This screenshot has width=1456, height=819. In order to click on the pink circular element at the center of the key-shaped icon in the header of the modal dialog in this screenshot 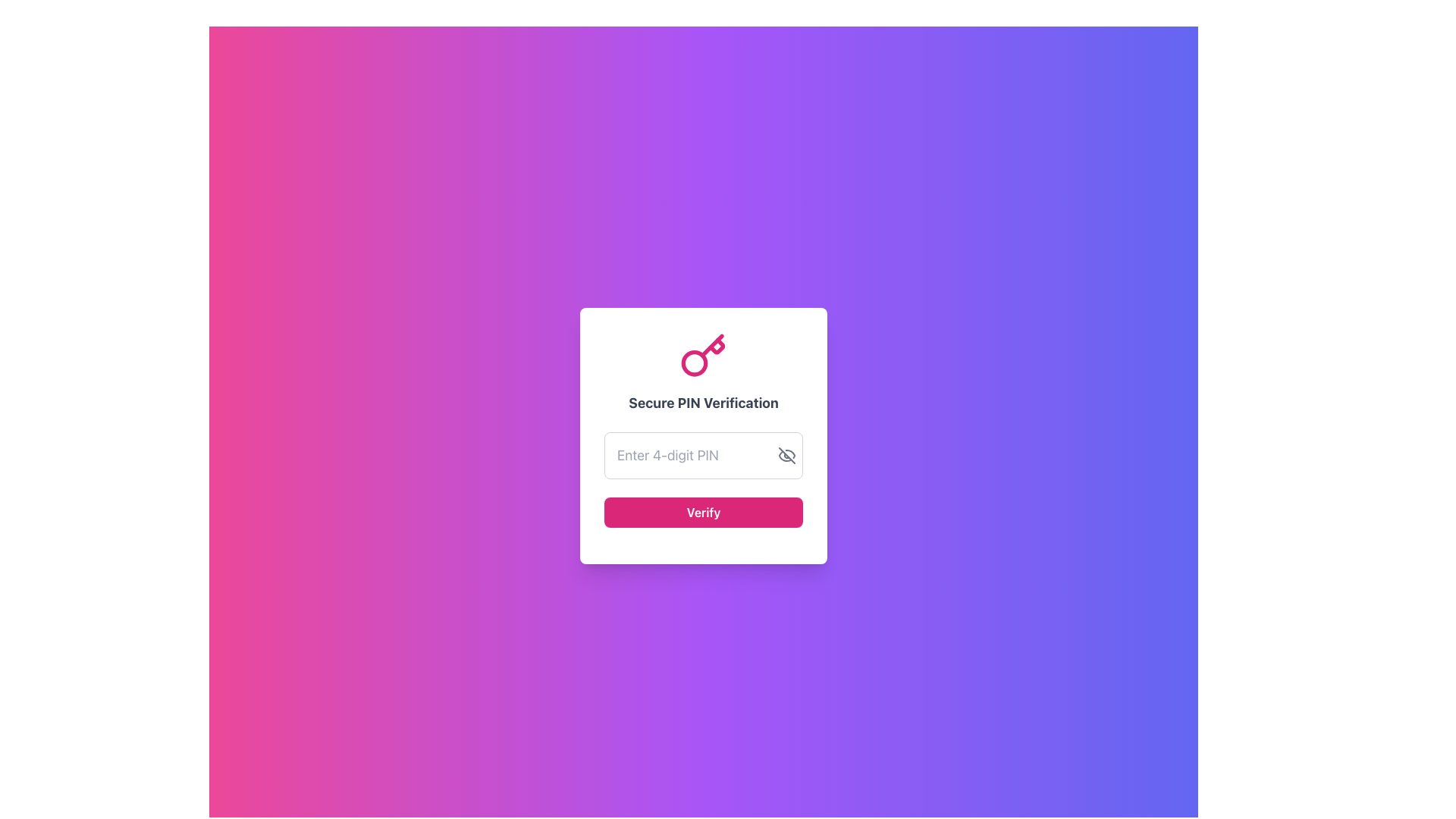, I will do `click(694, 362)`.